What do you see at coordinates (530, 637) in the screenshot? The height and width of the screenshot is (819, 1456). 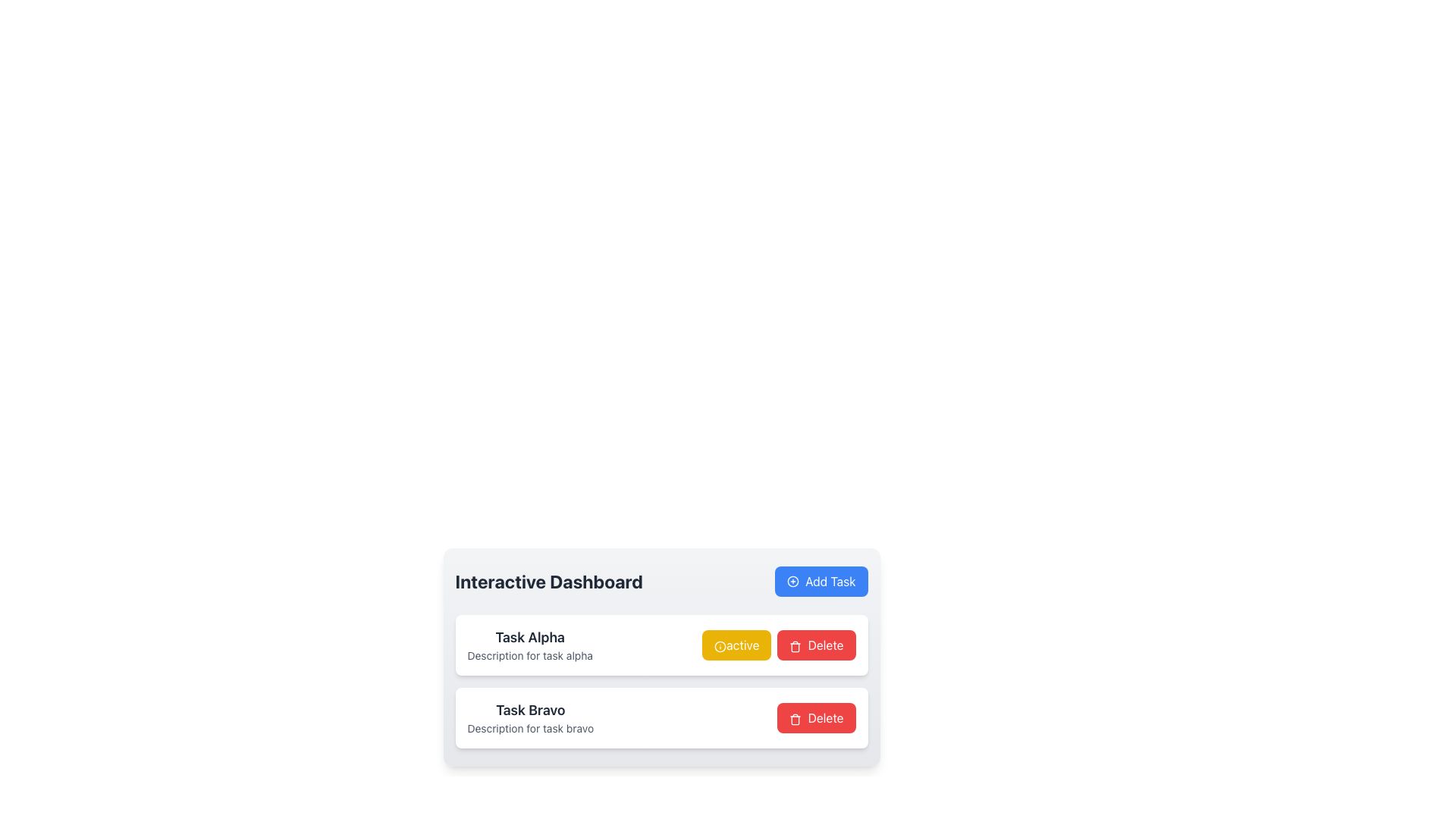 I see `text element displaying the title 'Task Alpha', which is a large, bold heading in dark gray color located at the top of the task-related cards` at bounding box center [530, 637].